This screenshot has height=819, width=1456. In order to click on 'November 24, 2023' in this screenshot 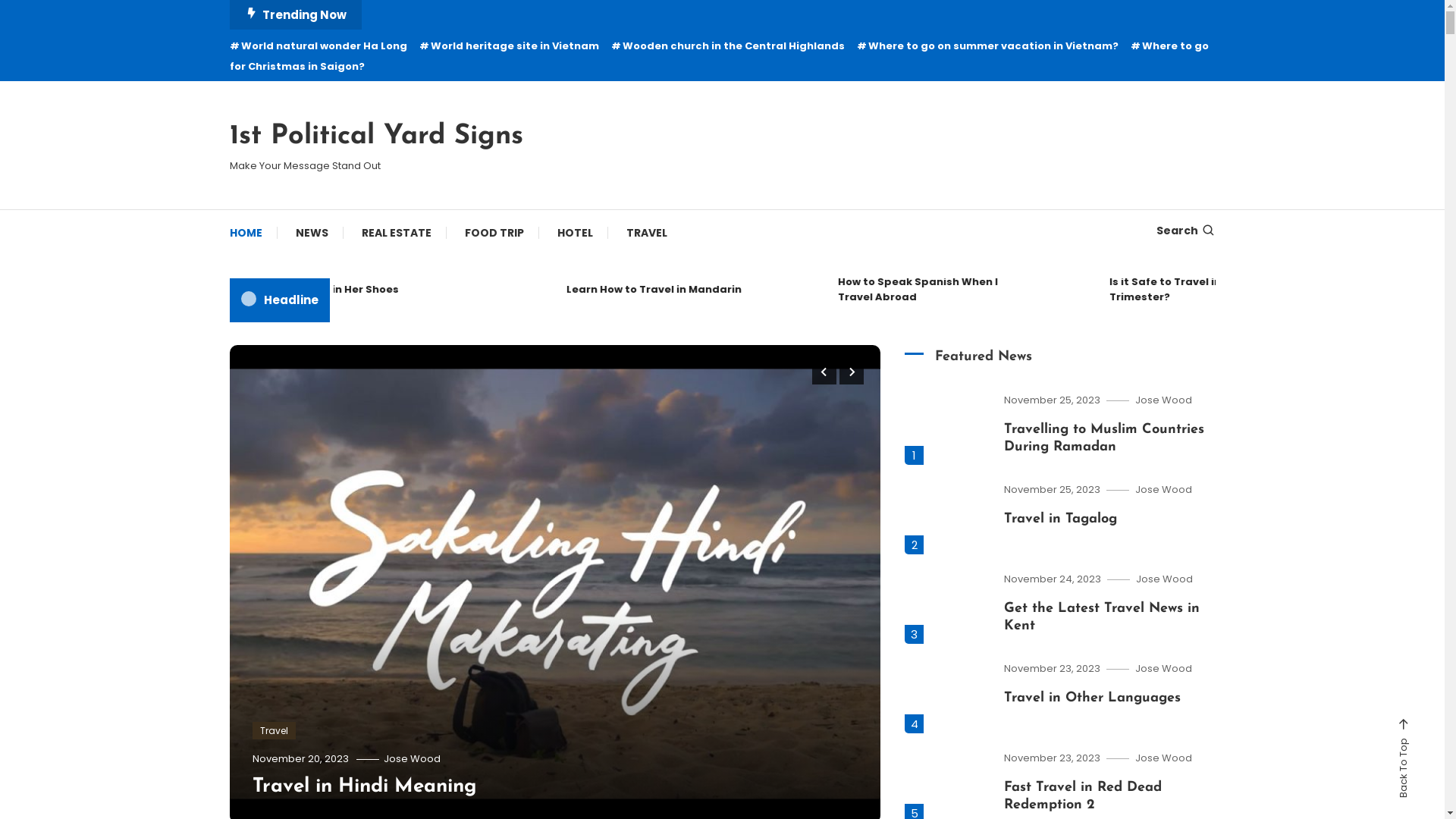, I will do `click(1051, 579)`.